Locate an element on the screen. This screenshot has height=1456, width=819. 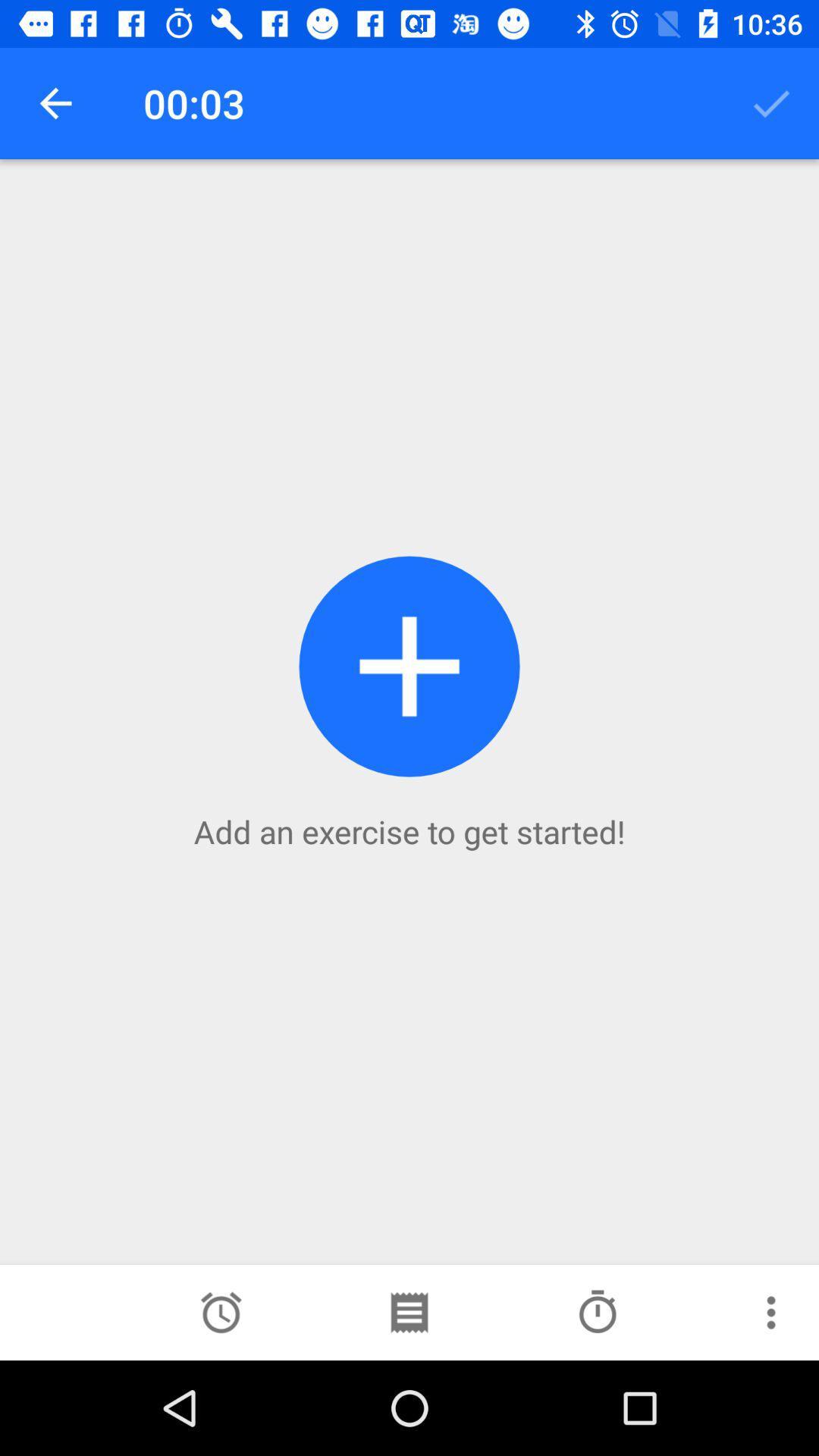
open options is located at coordinates (771, 1312).